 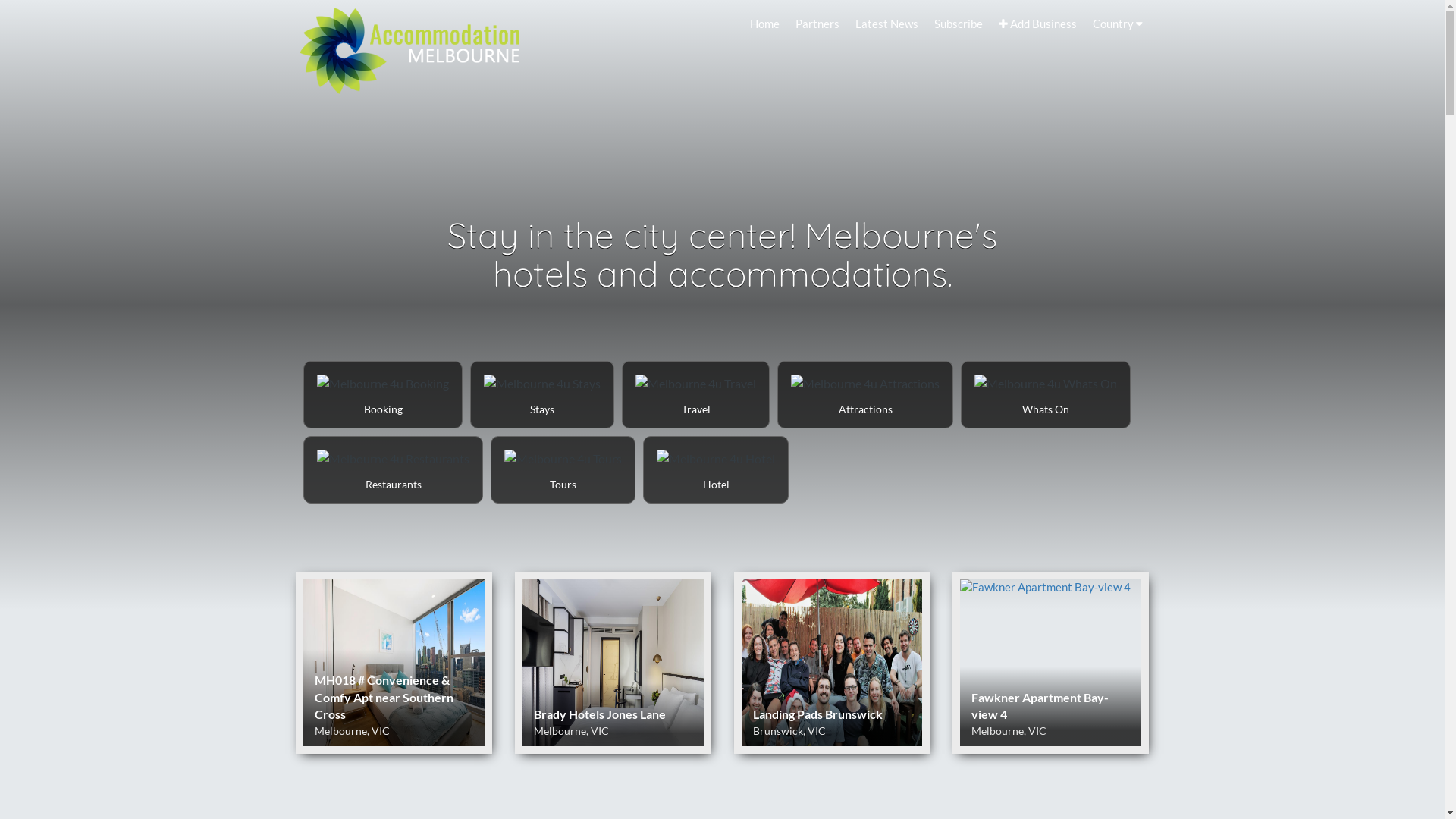 What do you see at coordinates (1086, 23) in the screenshot?
I see `'Country'` at bounding box center [1086, 23].